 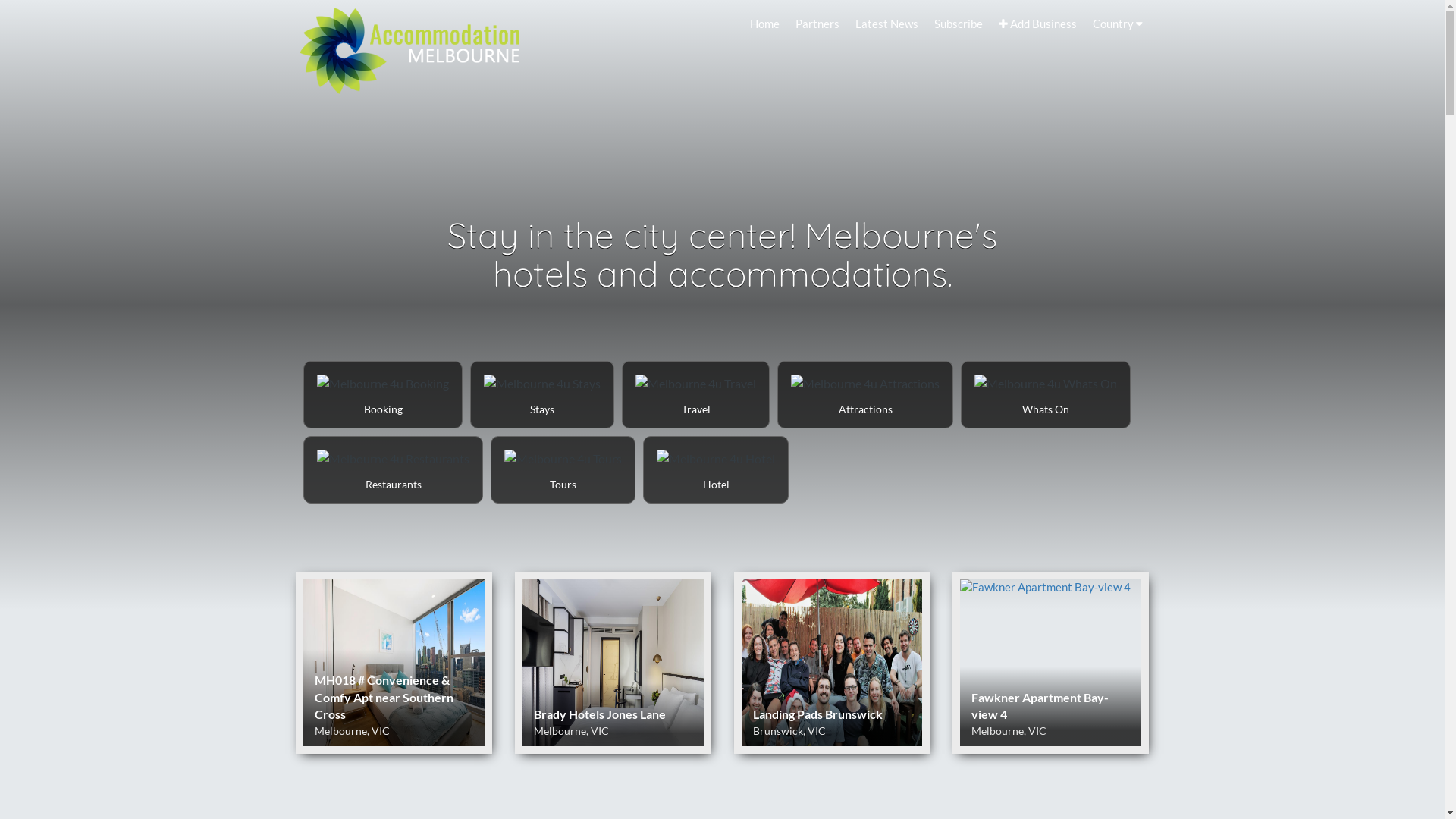 What do you see at coordinates (1086, 23) in the screenshot?
I see `'Country'` at bounding box center [1086, 23].